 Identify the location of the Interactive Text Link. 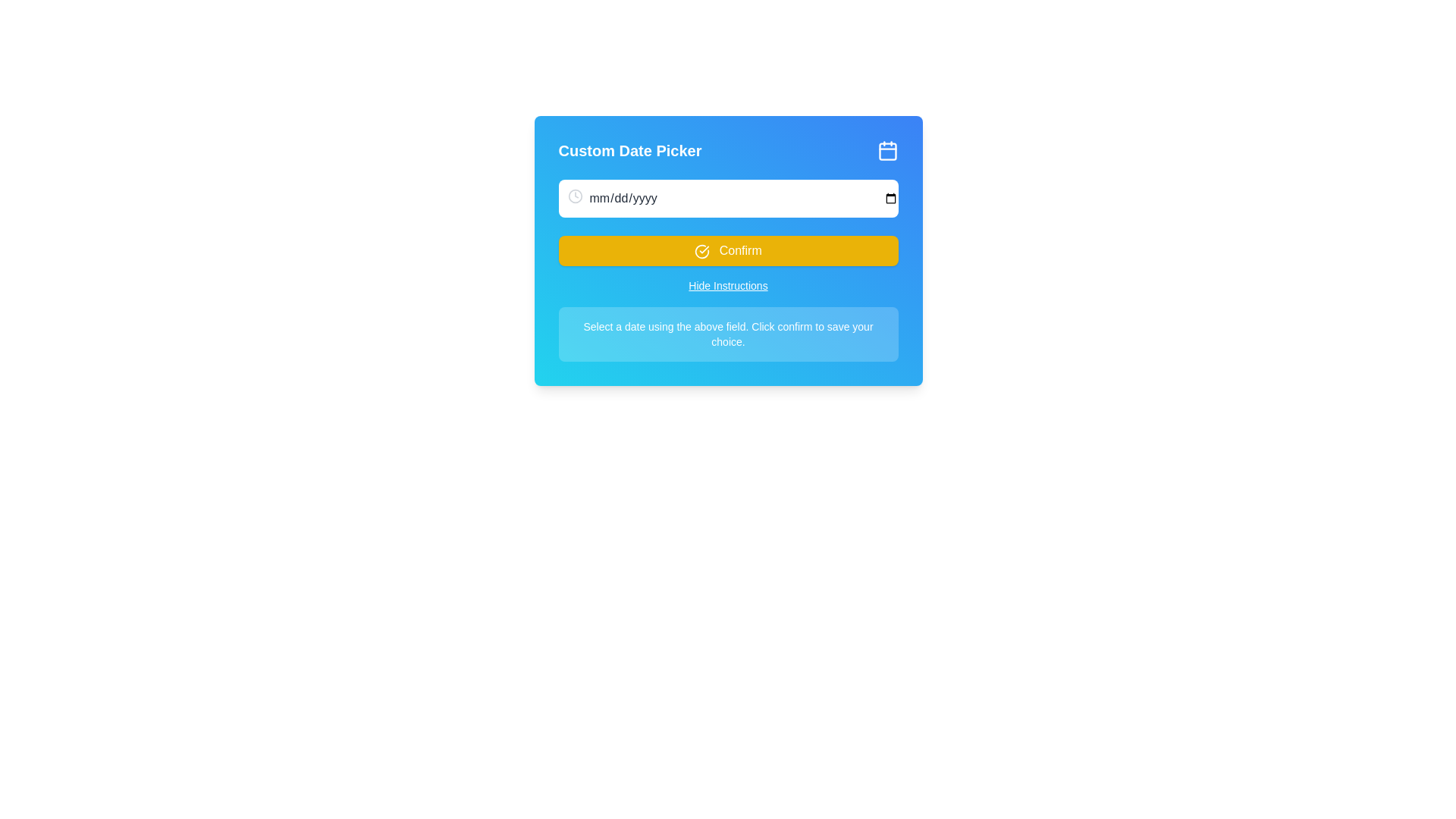
(728, 286).